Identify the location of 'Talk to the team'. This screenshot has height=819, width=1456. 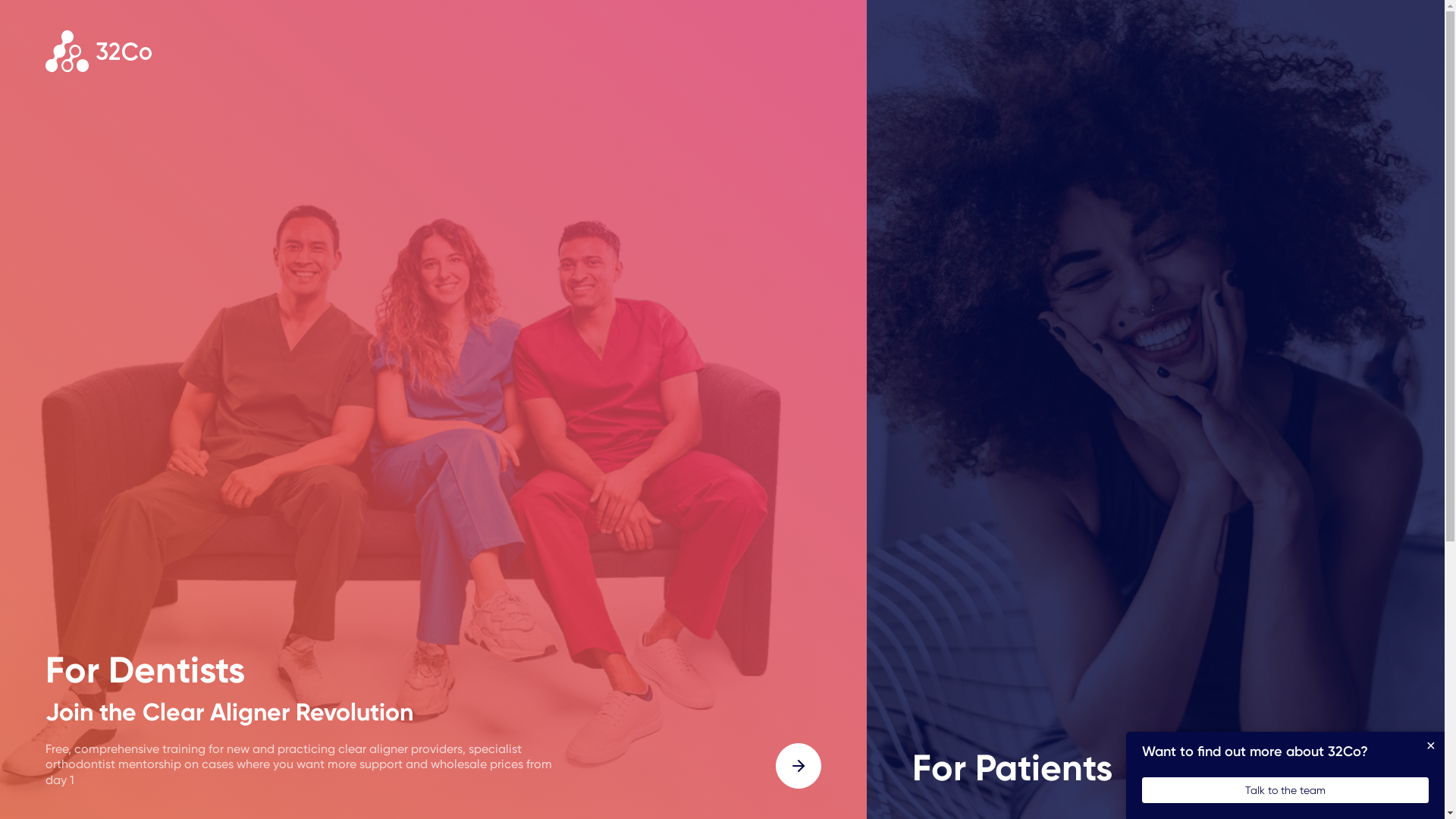
(1284, 789).